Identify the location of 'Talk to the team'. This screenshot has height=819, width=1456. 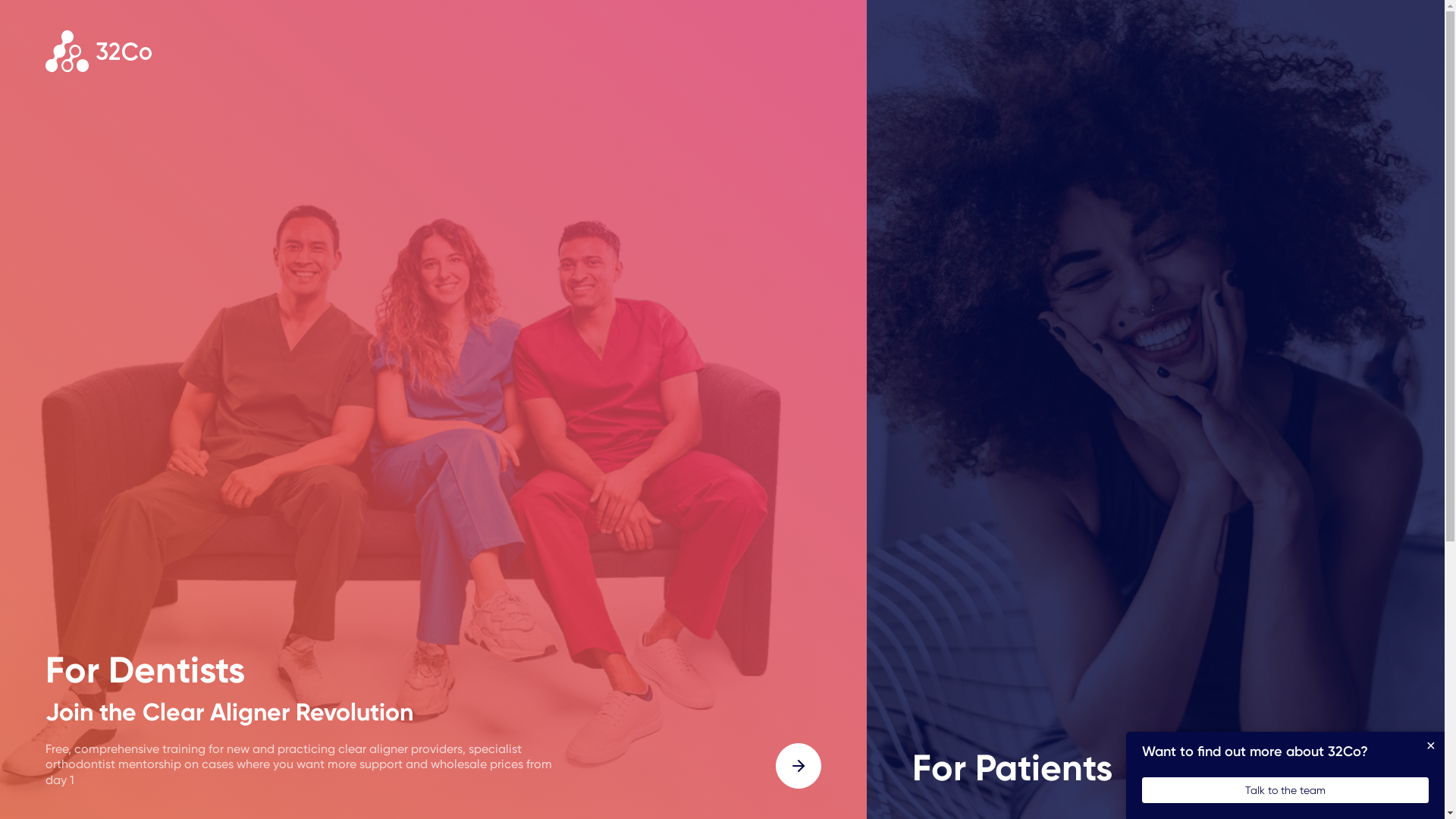
(1284, 789).